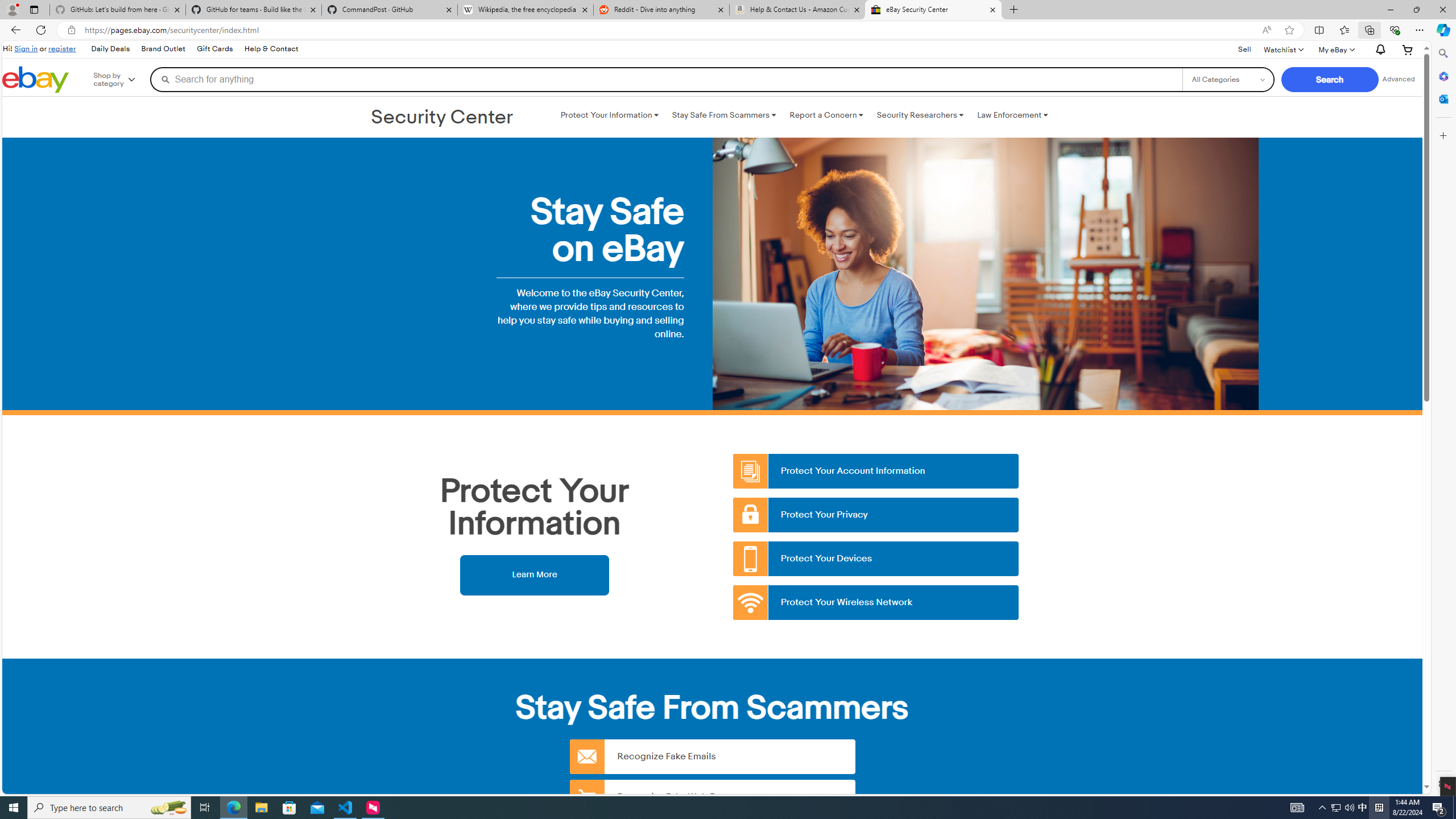 The image size is (1456, 819). Describe the element at coordinates (109, 48) in the screenshot. I see `'Daily Deals'` at that location.